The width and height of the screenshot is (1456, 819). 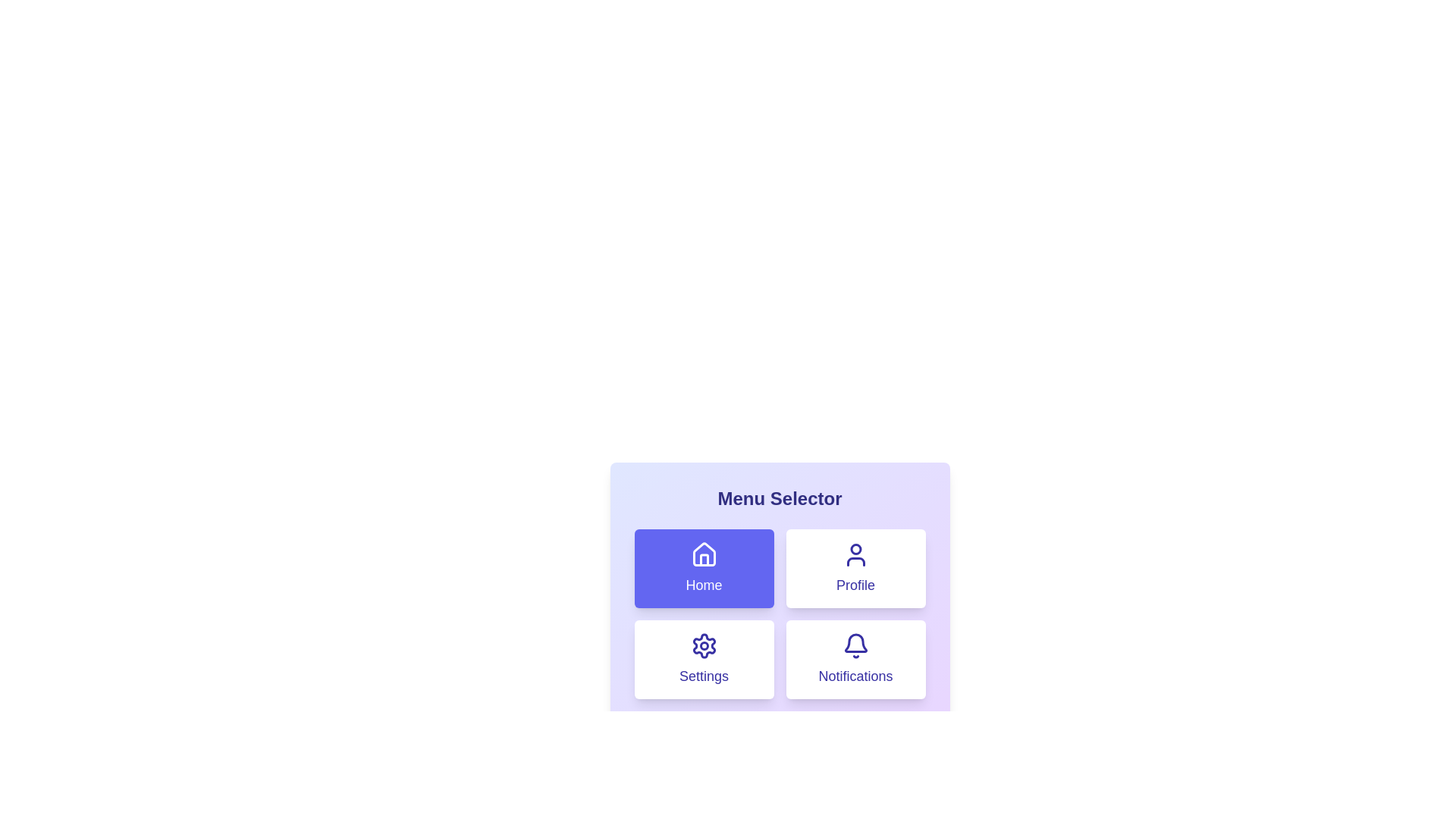 I want to click on the menu option Notifications, so click(x=855, y=659).